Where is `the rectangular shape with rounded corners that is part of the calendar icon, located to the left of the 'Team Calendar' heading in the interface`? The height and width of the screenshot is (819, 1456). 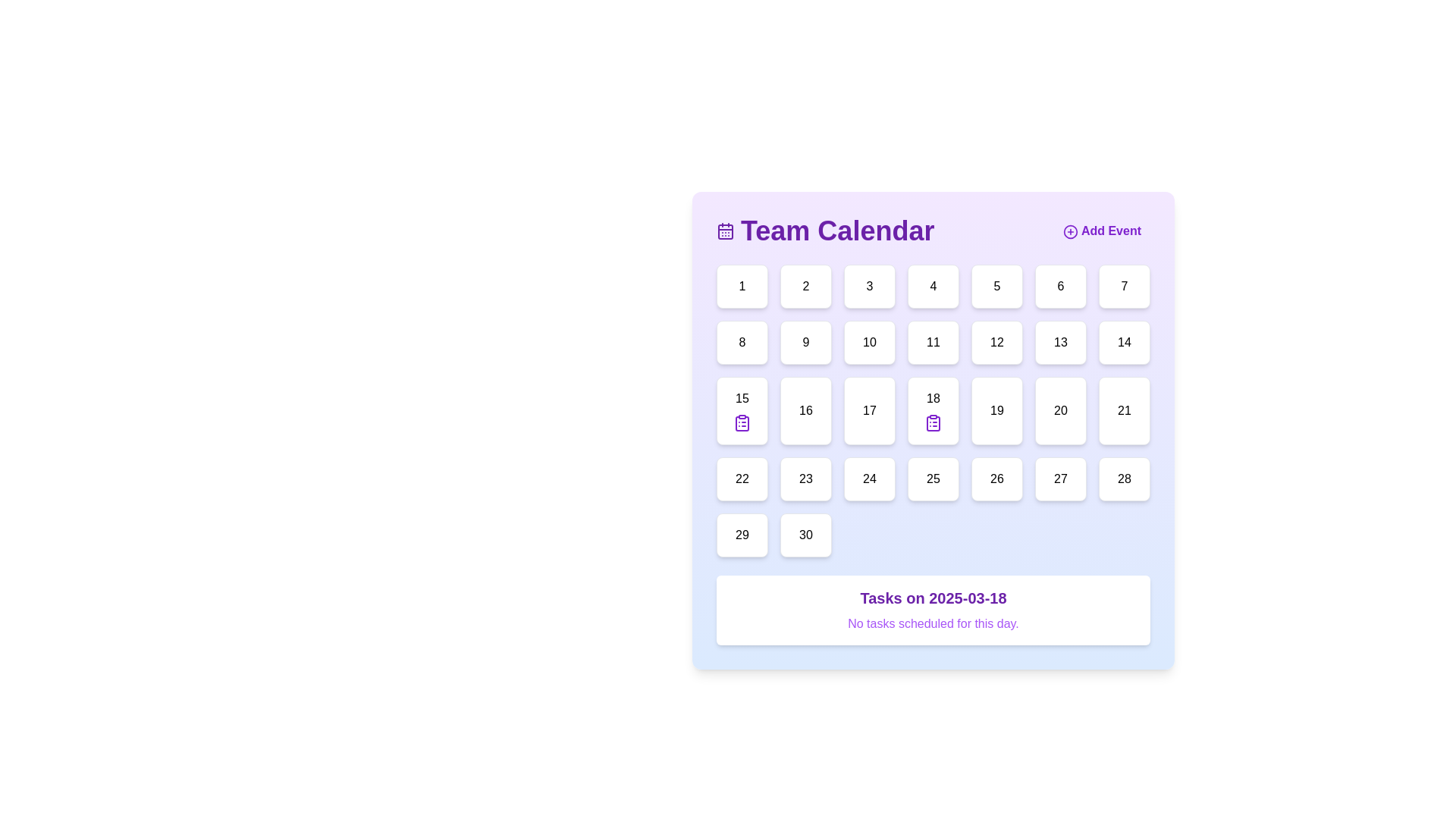 the rectangular shape with rounded corners that is part of the calendar icon, located to the left of the 'Team Calendar' heading in the interface is located at coordinates (724, 231).